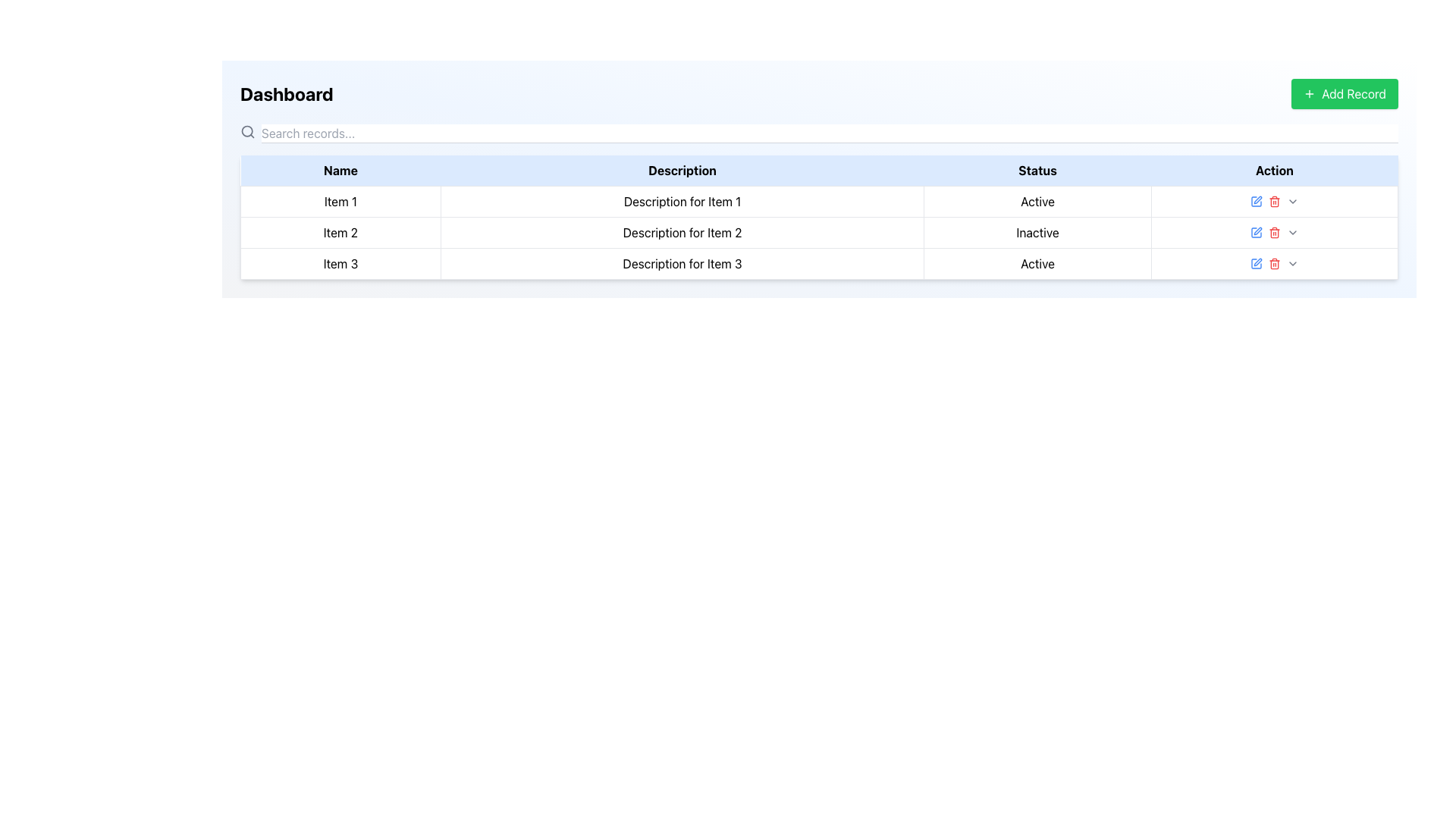 The image size is (1456, 819). I want to click on the Table Header that represents the status of associated entries, located between the 'Description' and 'Action' headers in the horizontal table, so click(1037, 171).